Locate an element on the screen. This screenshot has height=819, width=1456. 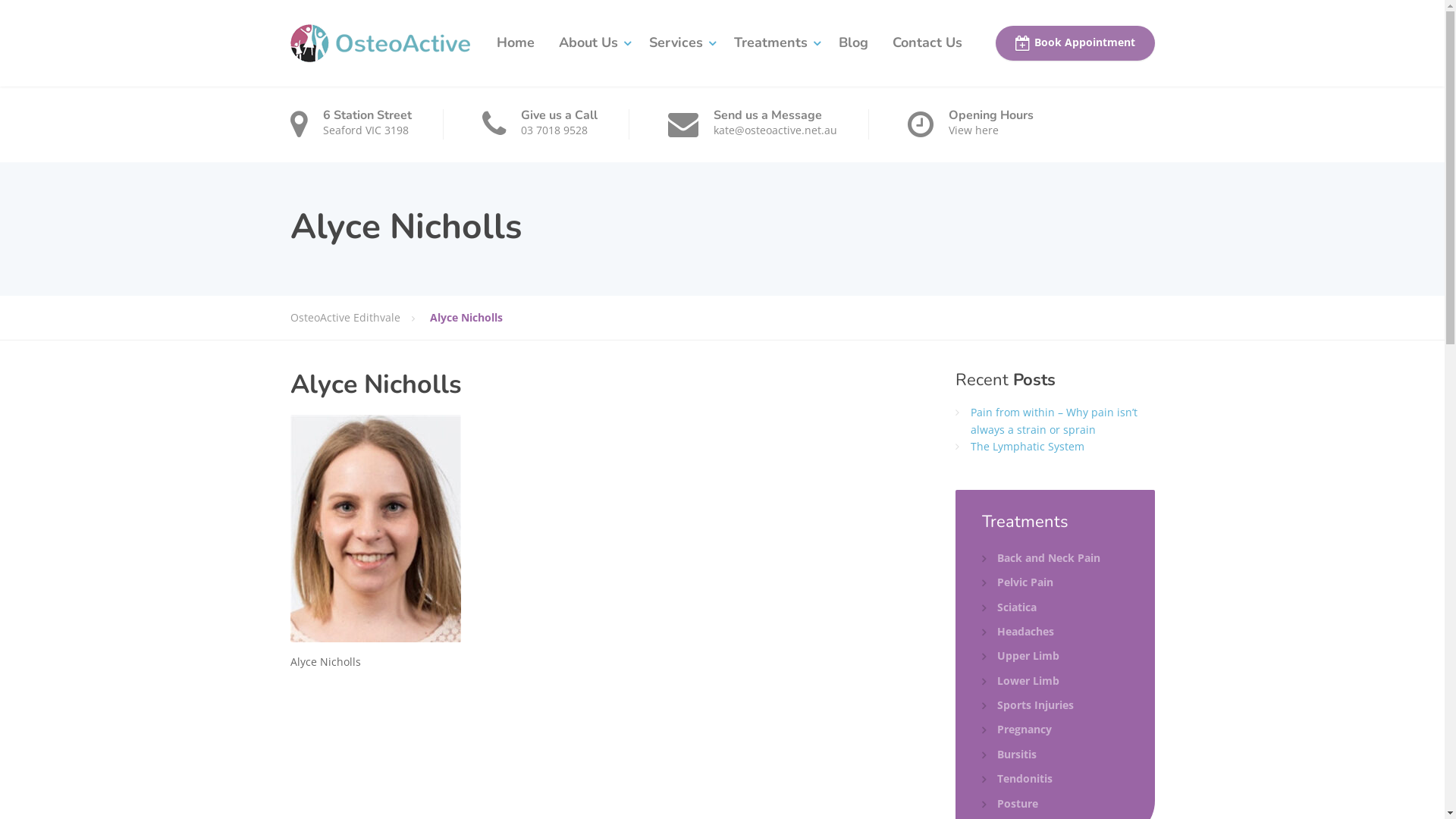
'Tendonitis' is located at coordinates (1017, 778).